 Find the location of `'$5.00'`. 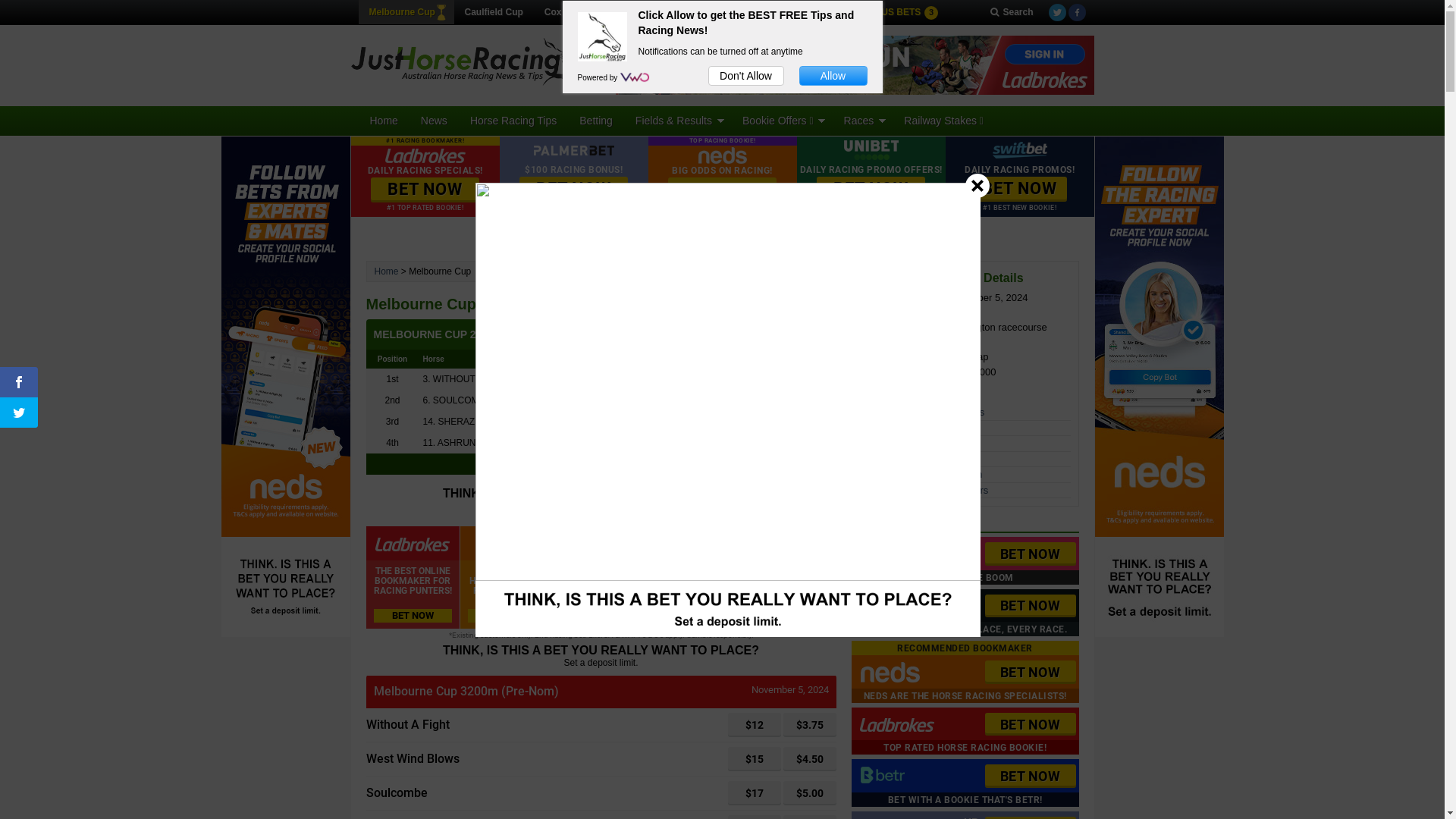

'$5.00' is located at coordinates (808, 792).